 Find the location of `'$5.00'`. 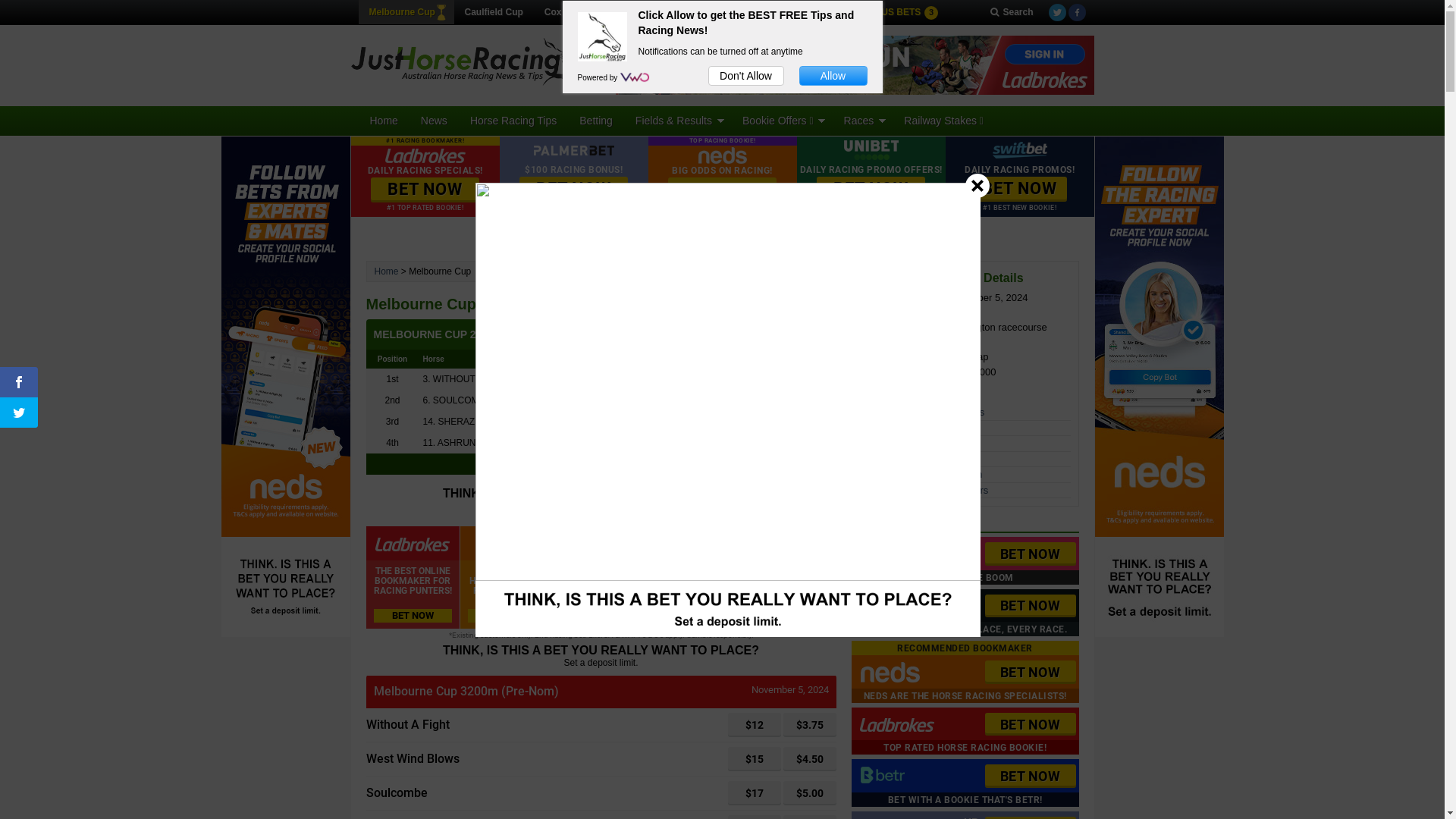

'$5.00' is located at coordinates (808, 792).